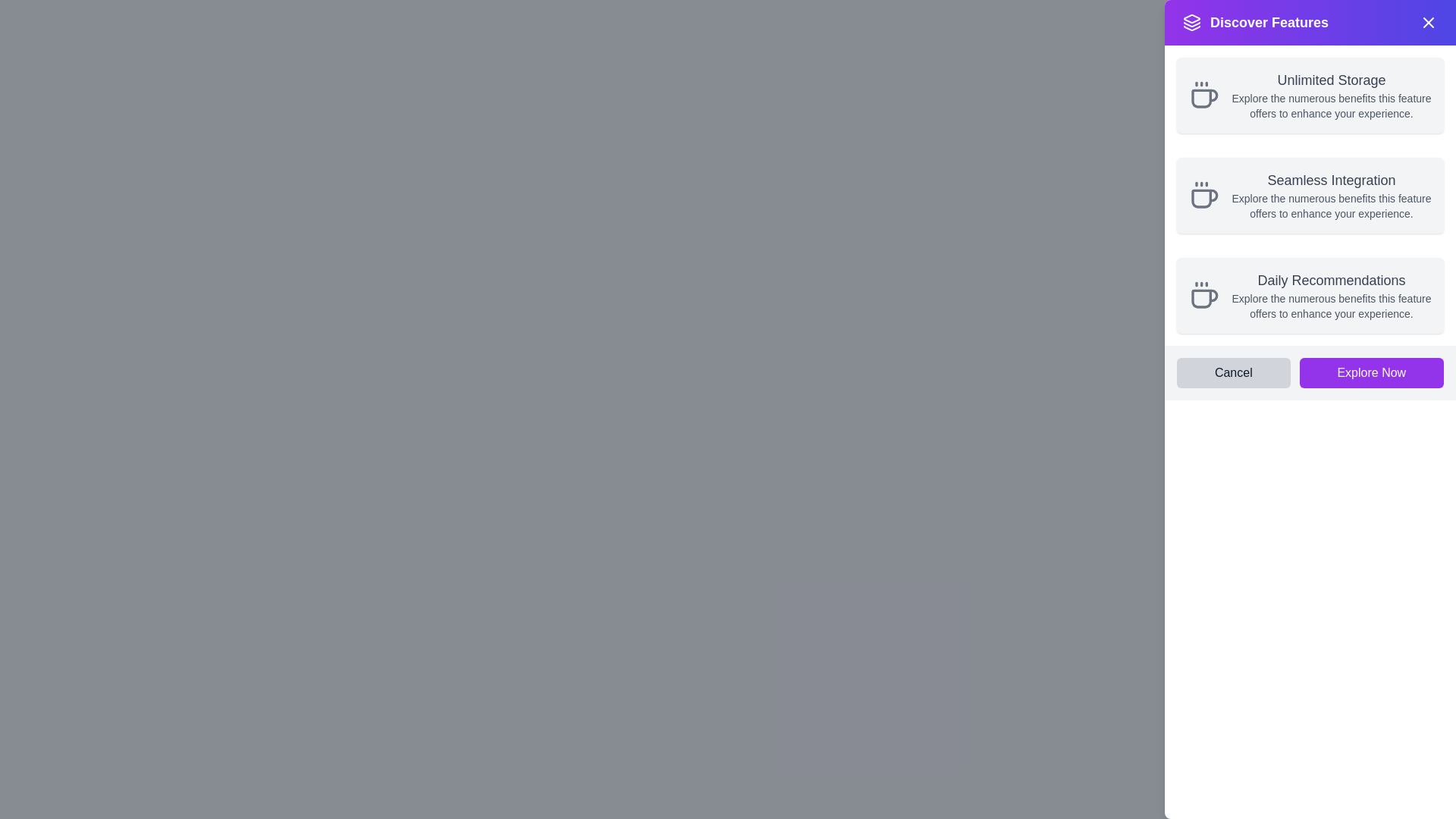 Image resolution: width=1456 pixels, height=819 pixels. I want to click on the static text label that serves as a title for the feature 'Unlimited Storage', located below the heading 'Discover Features', so click(1331, 80).